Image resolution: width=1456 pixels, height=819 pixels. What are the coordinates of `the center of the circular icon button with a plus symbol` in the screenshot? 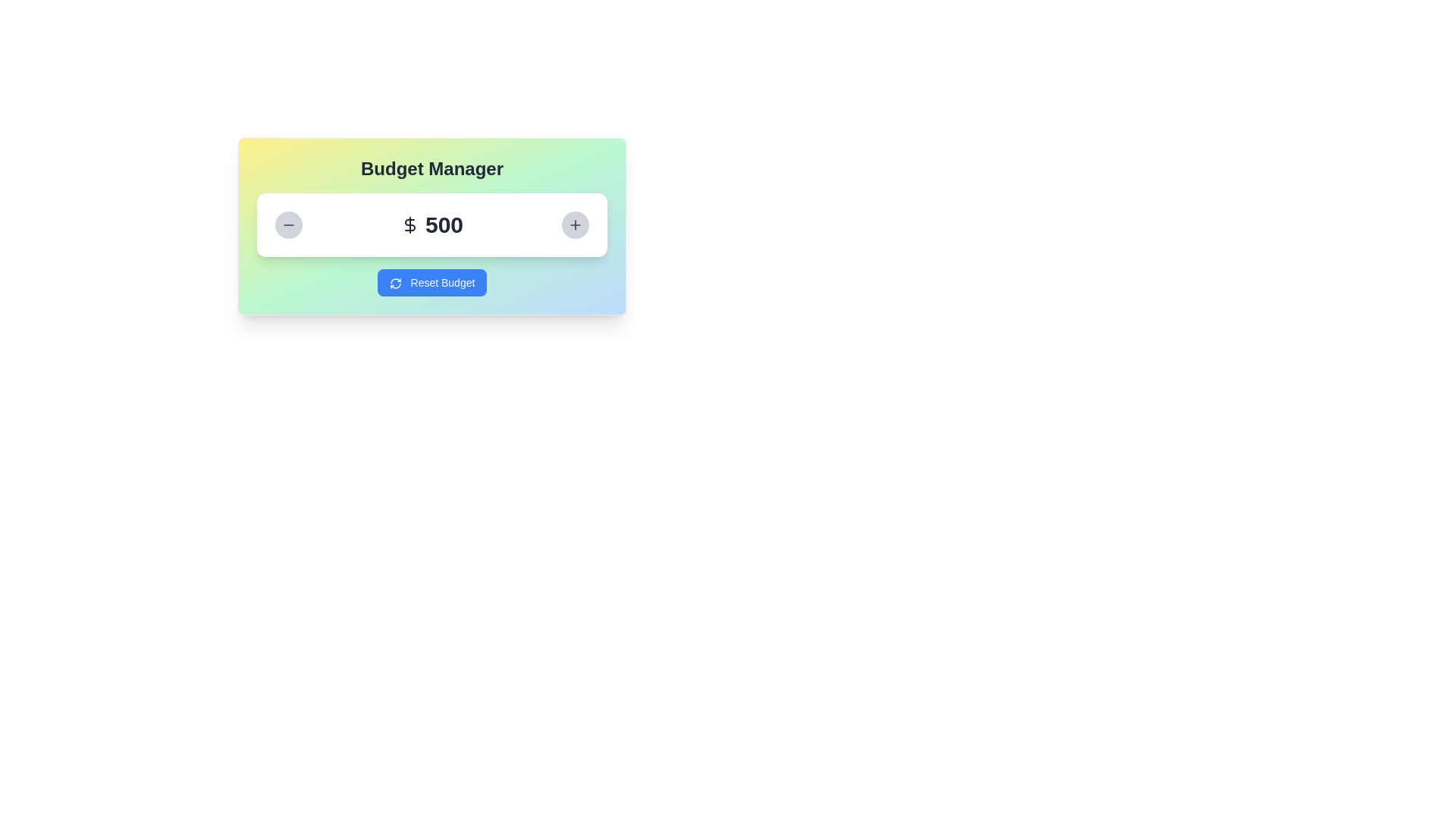 It's located at (574, 225).